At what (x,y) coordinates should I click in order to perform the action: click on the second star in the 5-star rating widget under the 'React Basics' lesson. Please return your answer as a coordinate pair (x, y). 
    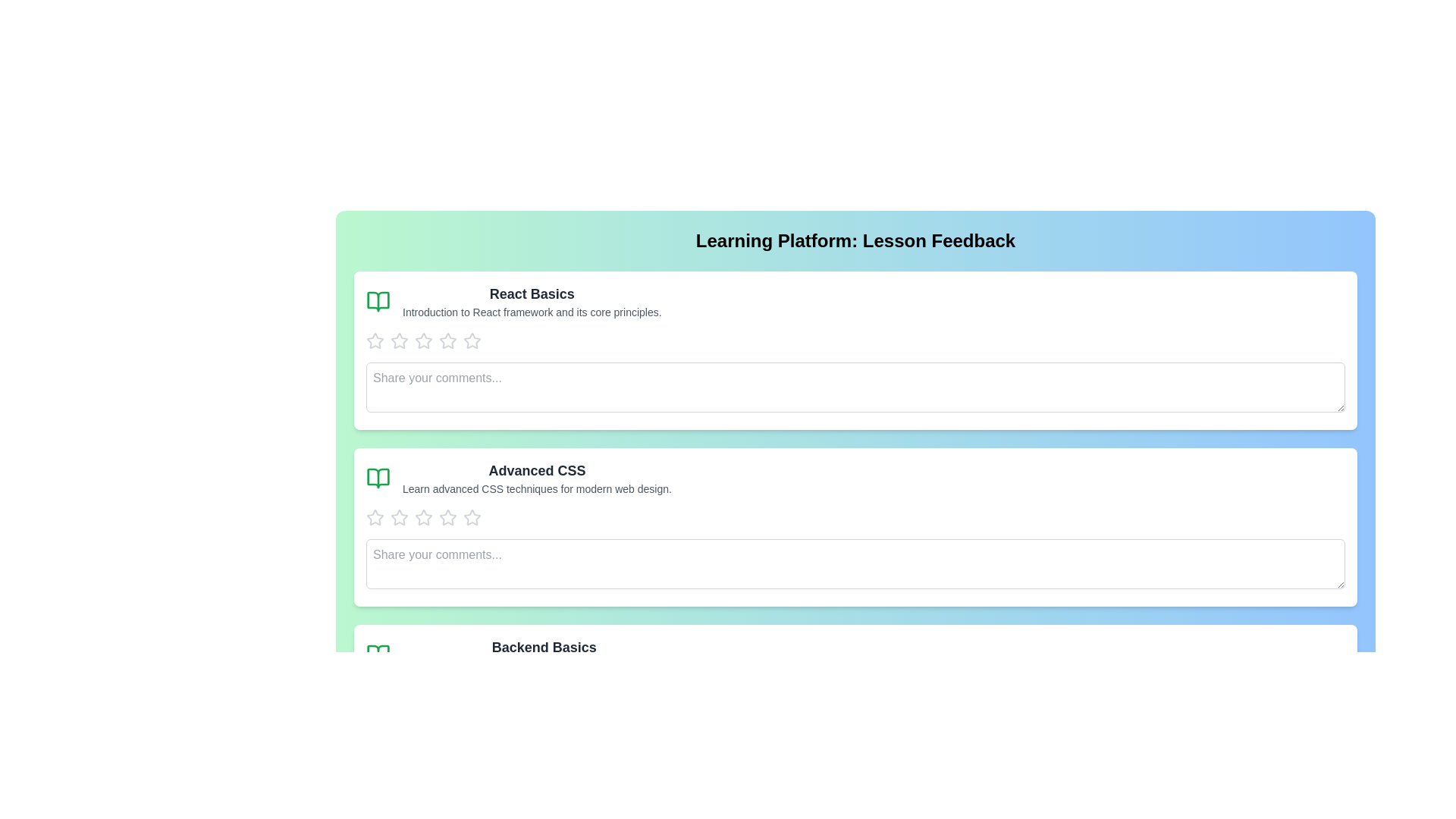
    Looking at the image, I should click on (423, 340).